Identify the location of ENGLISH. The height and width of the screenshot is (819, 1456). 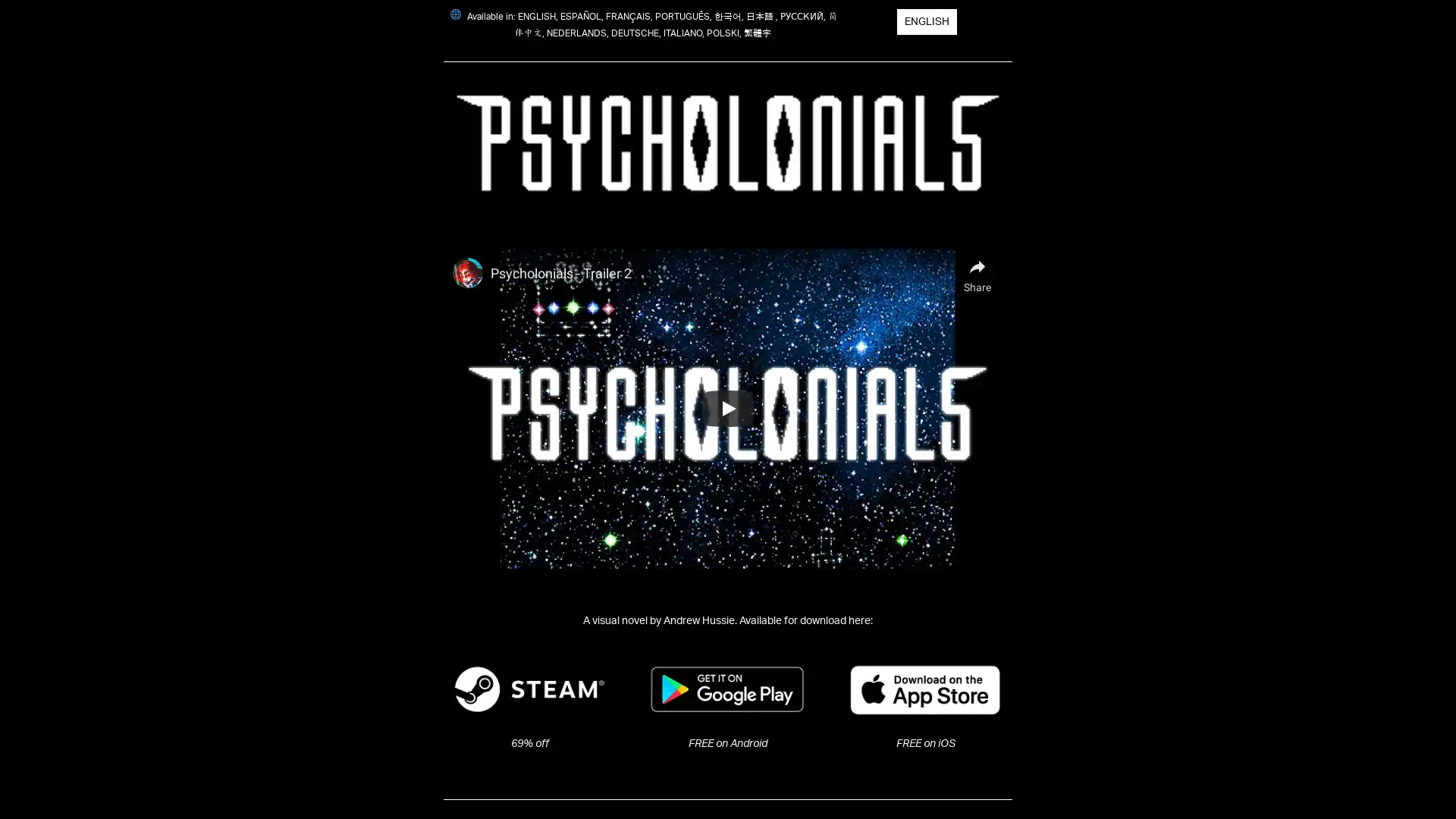
(926, 20).